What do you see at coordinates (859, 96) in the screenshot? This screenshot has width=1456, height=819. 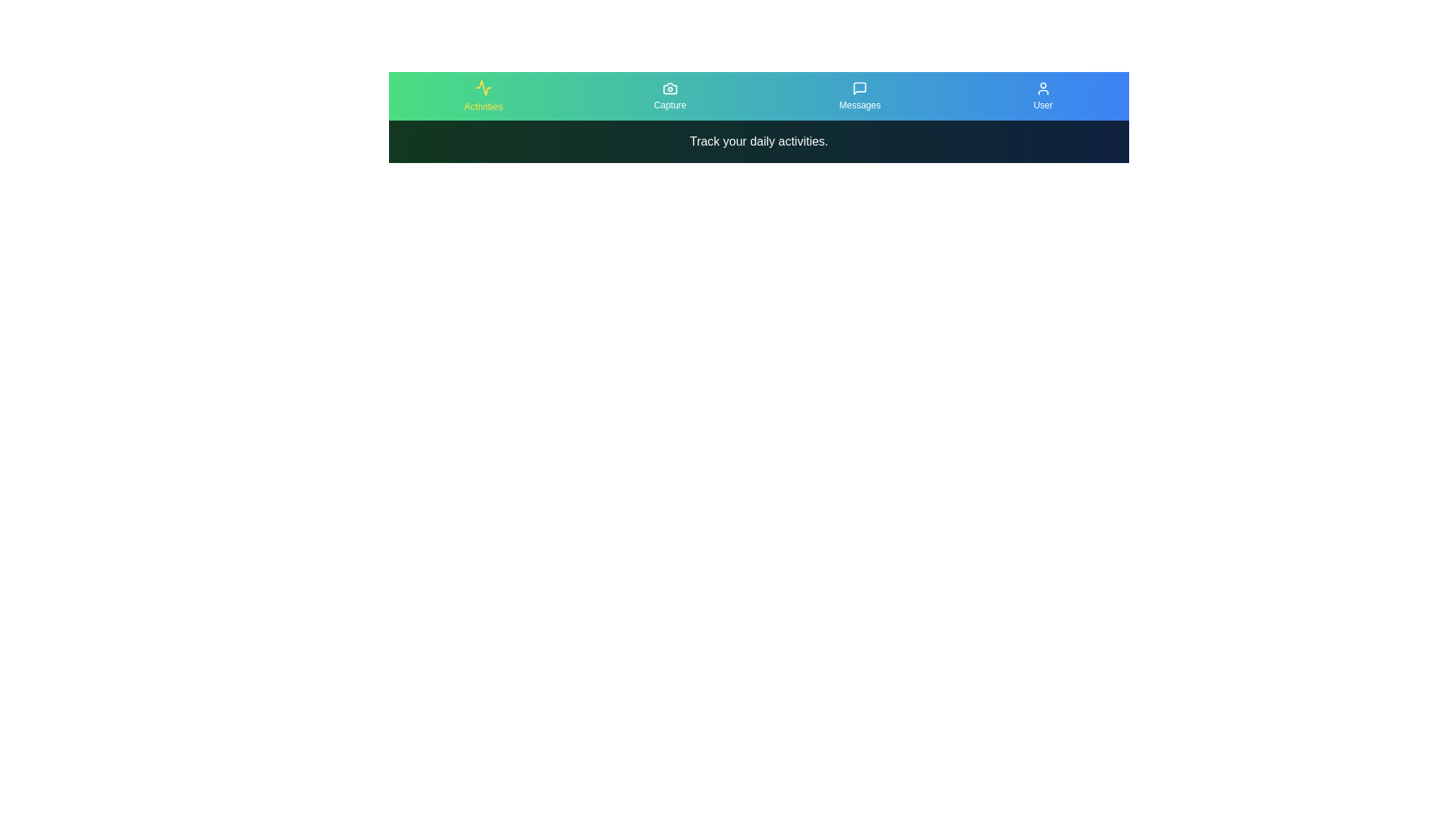 I see `the Messages tab to view its content` at bounding box center [859, 96].